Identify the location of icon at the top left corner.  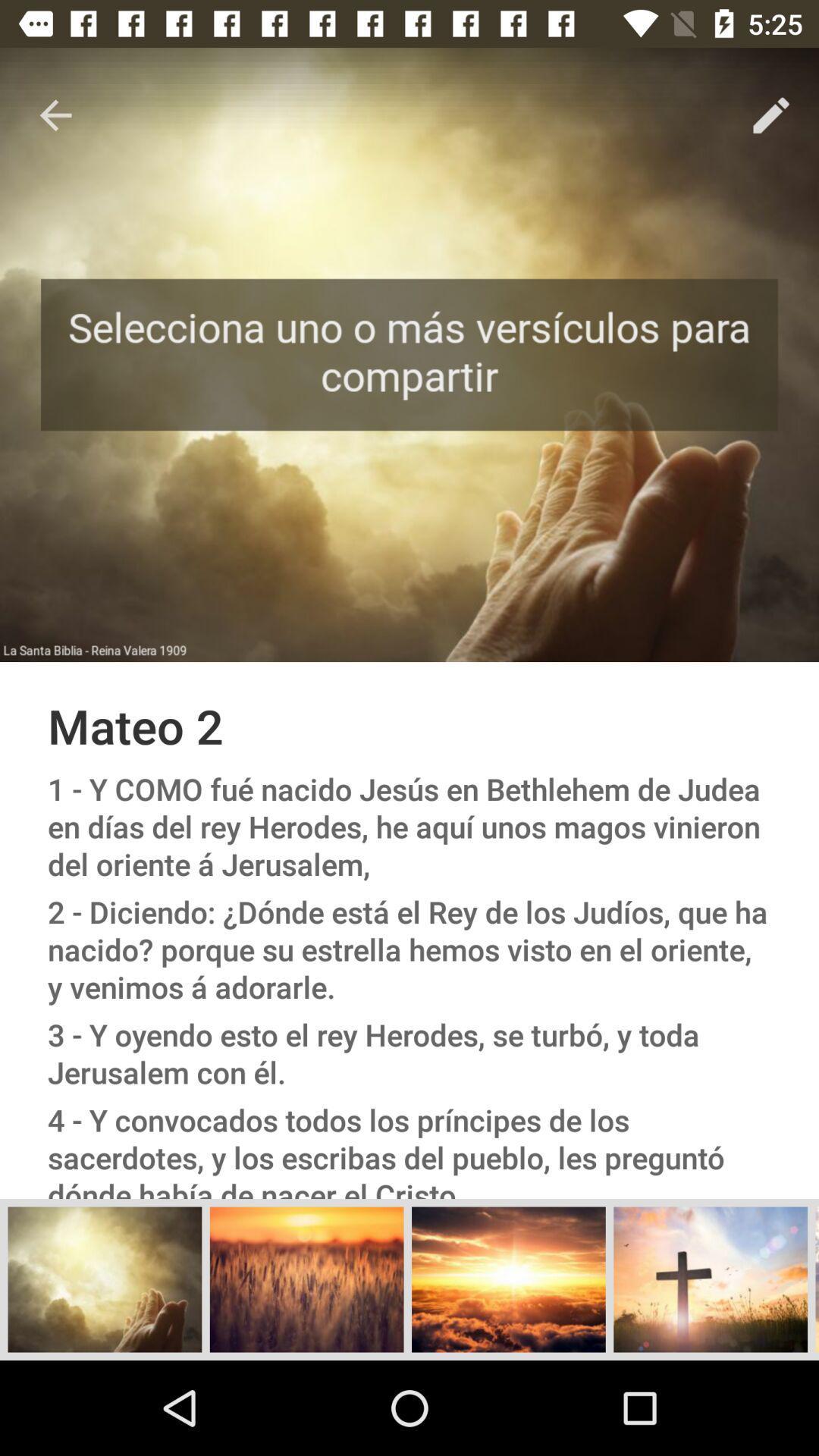
(55, 115).